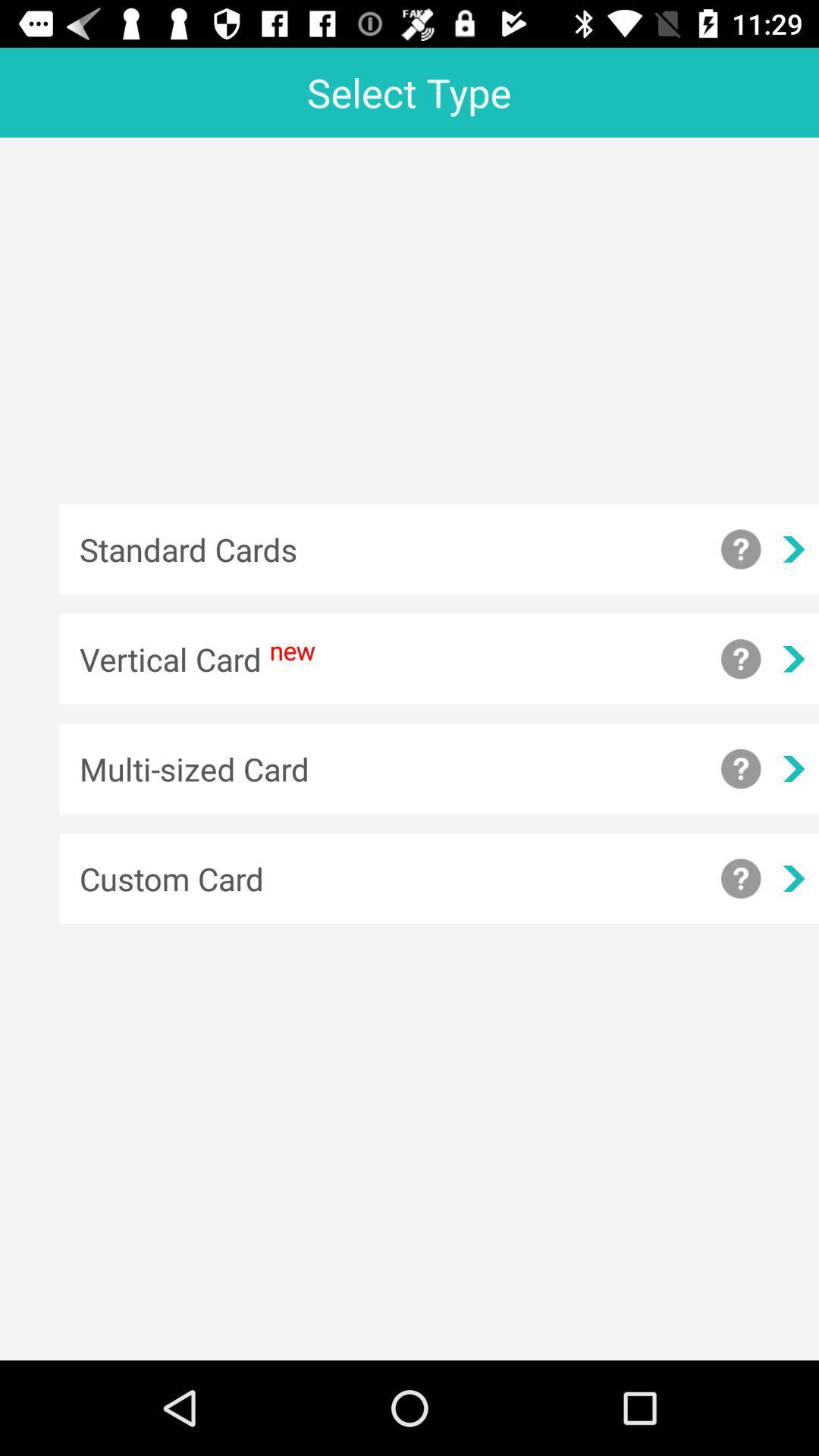 The width and height of the screenshot is (819, 1456). I want to click on display custom card information, so click(740, 878).